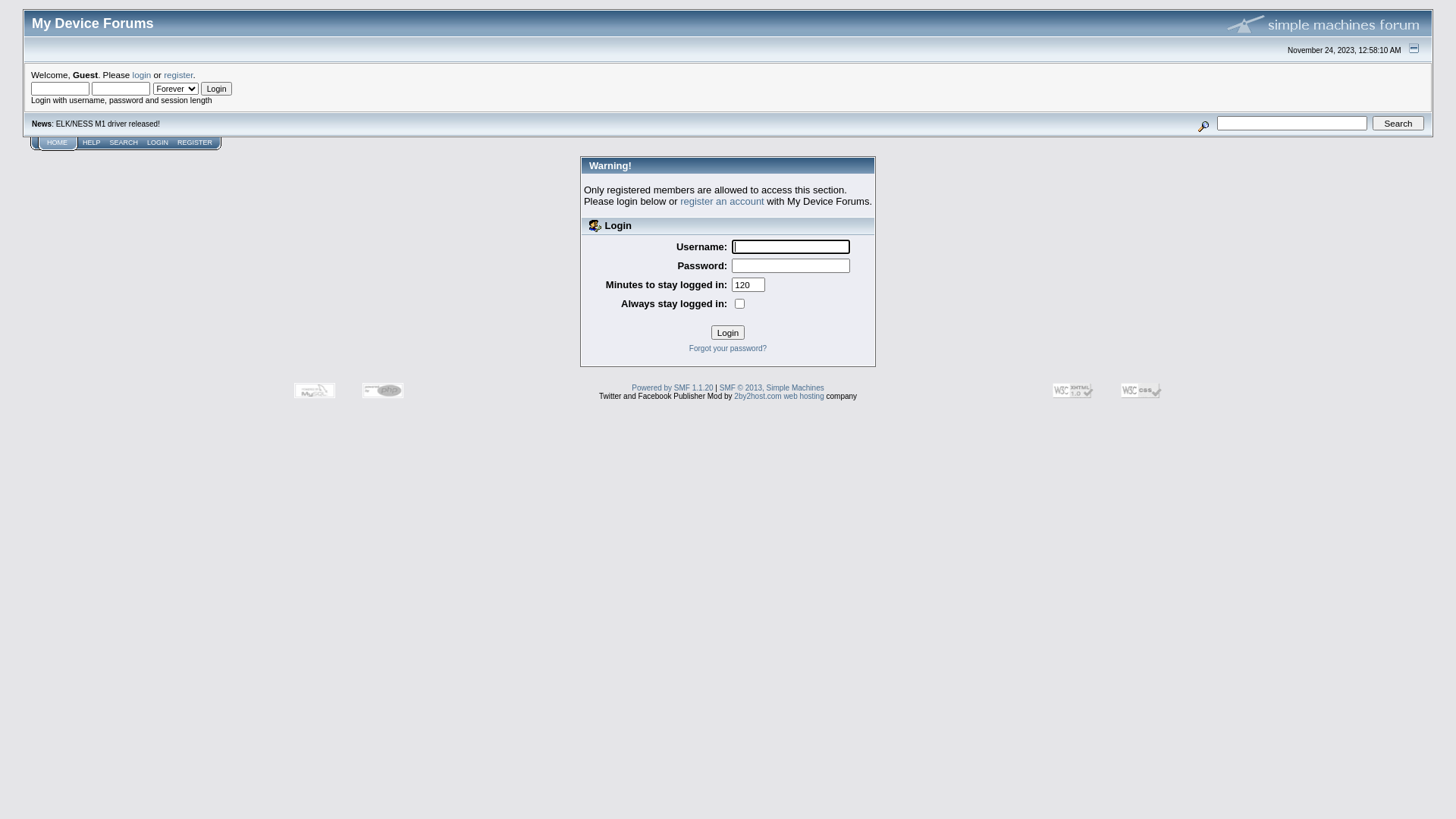  I want to click on 'Powered by SMF 1.1.20', so click(671, 387).